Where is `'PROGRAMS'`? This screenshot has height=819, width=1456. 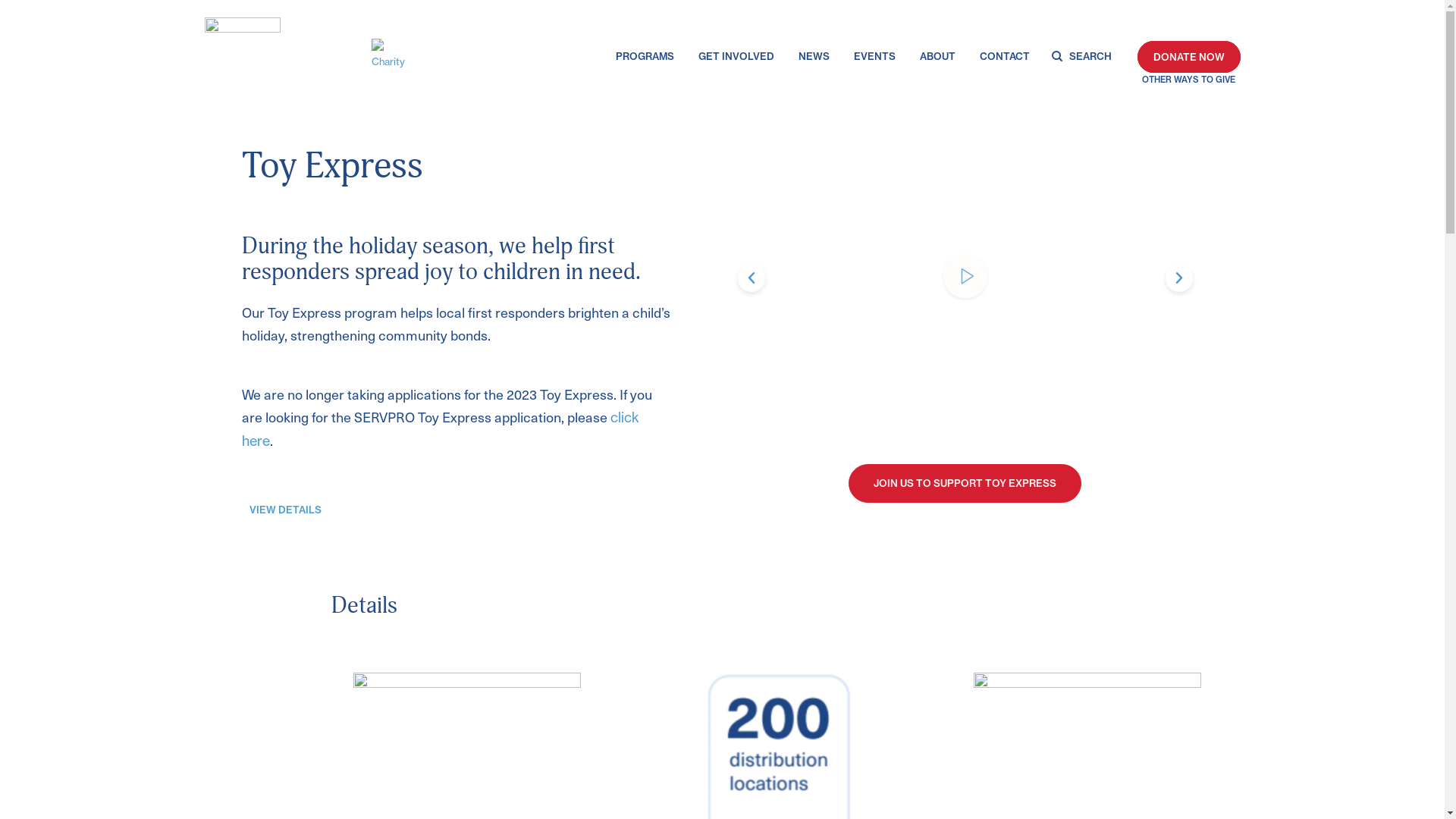
'PROGRAMS' is located at coordinates (615, 58).